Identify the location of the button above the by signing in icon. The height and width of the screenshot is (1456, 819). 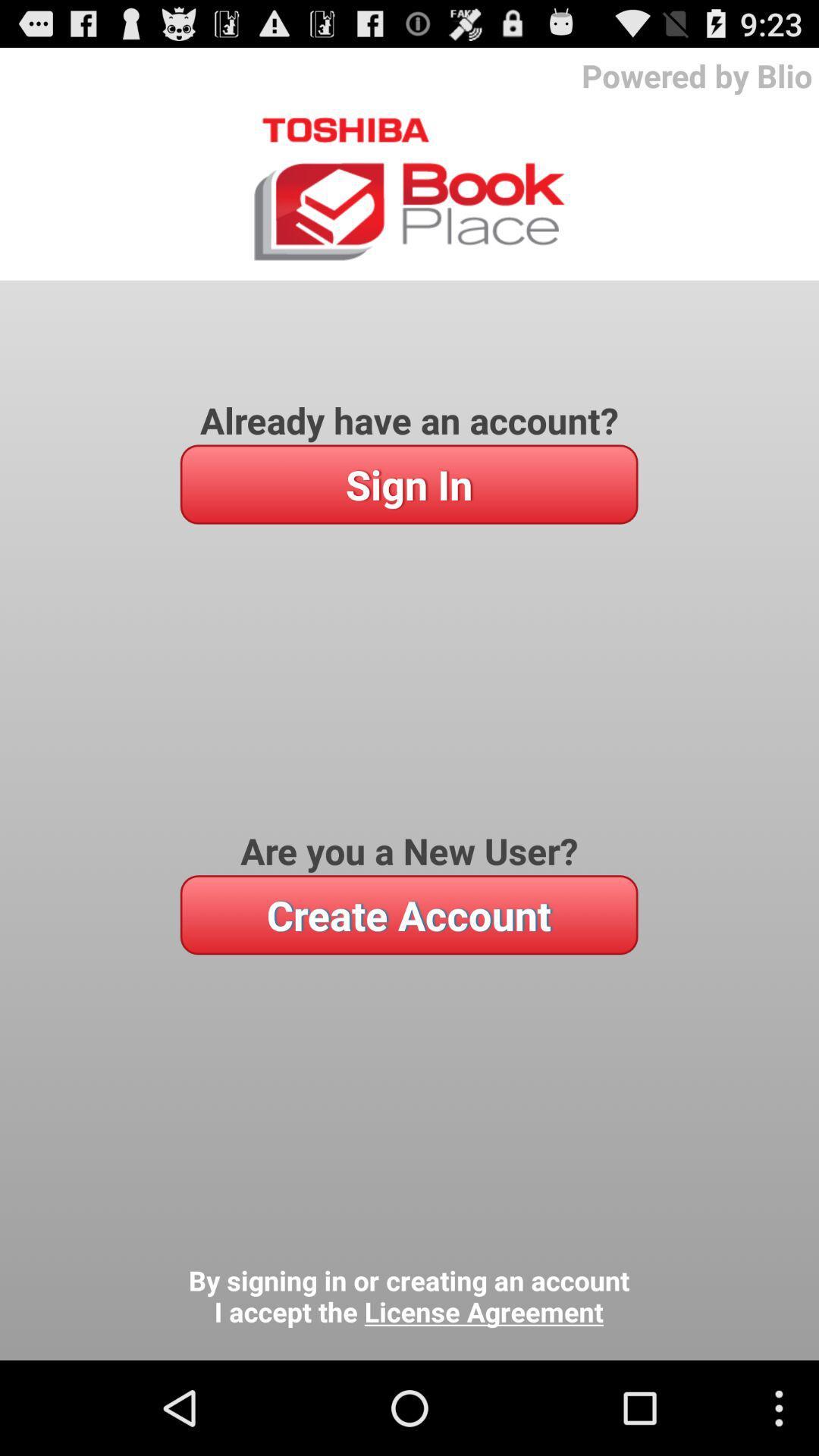
(408, 914).